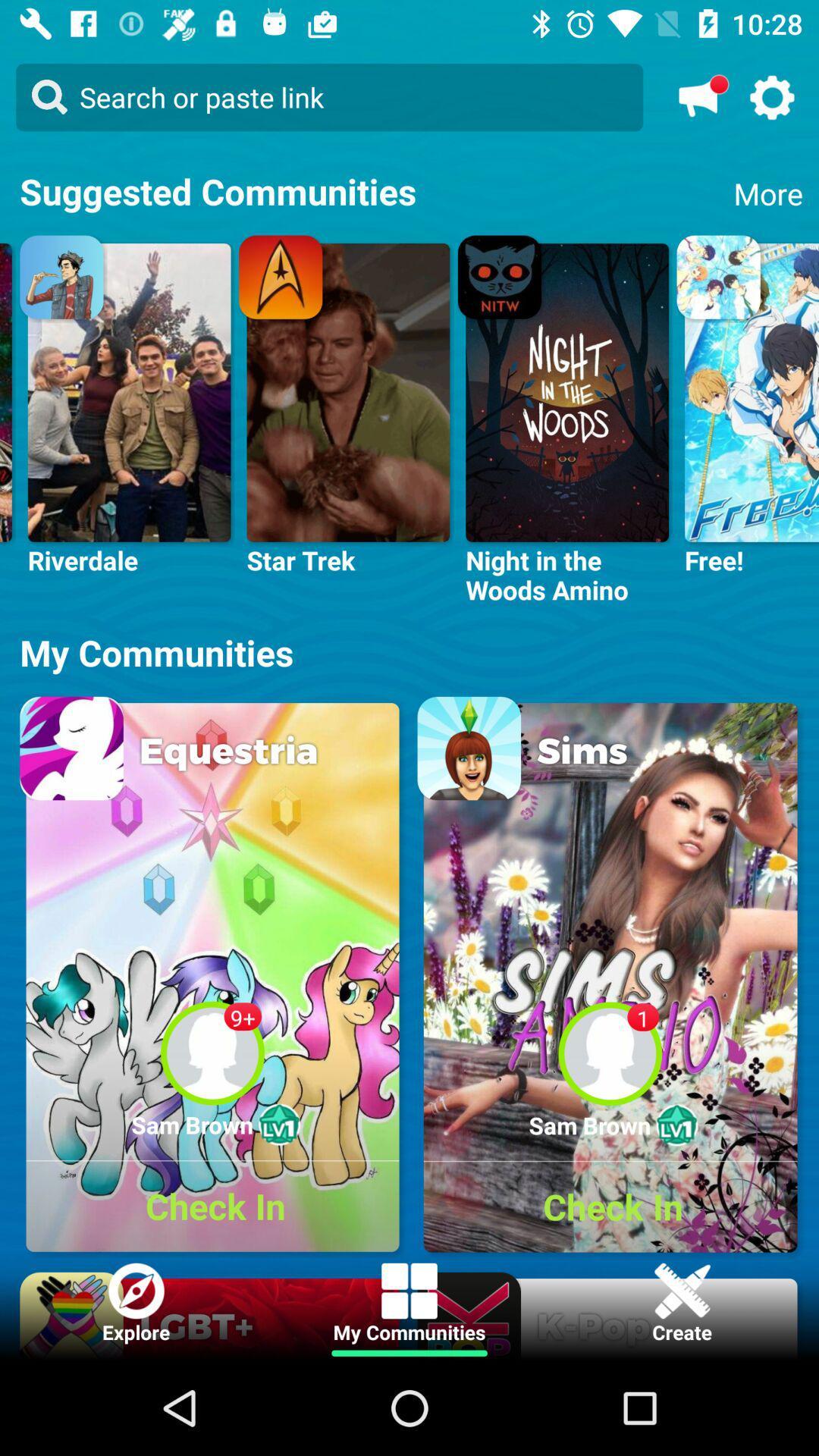 The width and height of the screenshot is (819, 1456). Describe the element at coordinates (773, 96) in the screenshot. I see `the avatar icon` at that location.